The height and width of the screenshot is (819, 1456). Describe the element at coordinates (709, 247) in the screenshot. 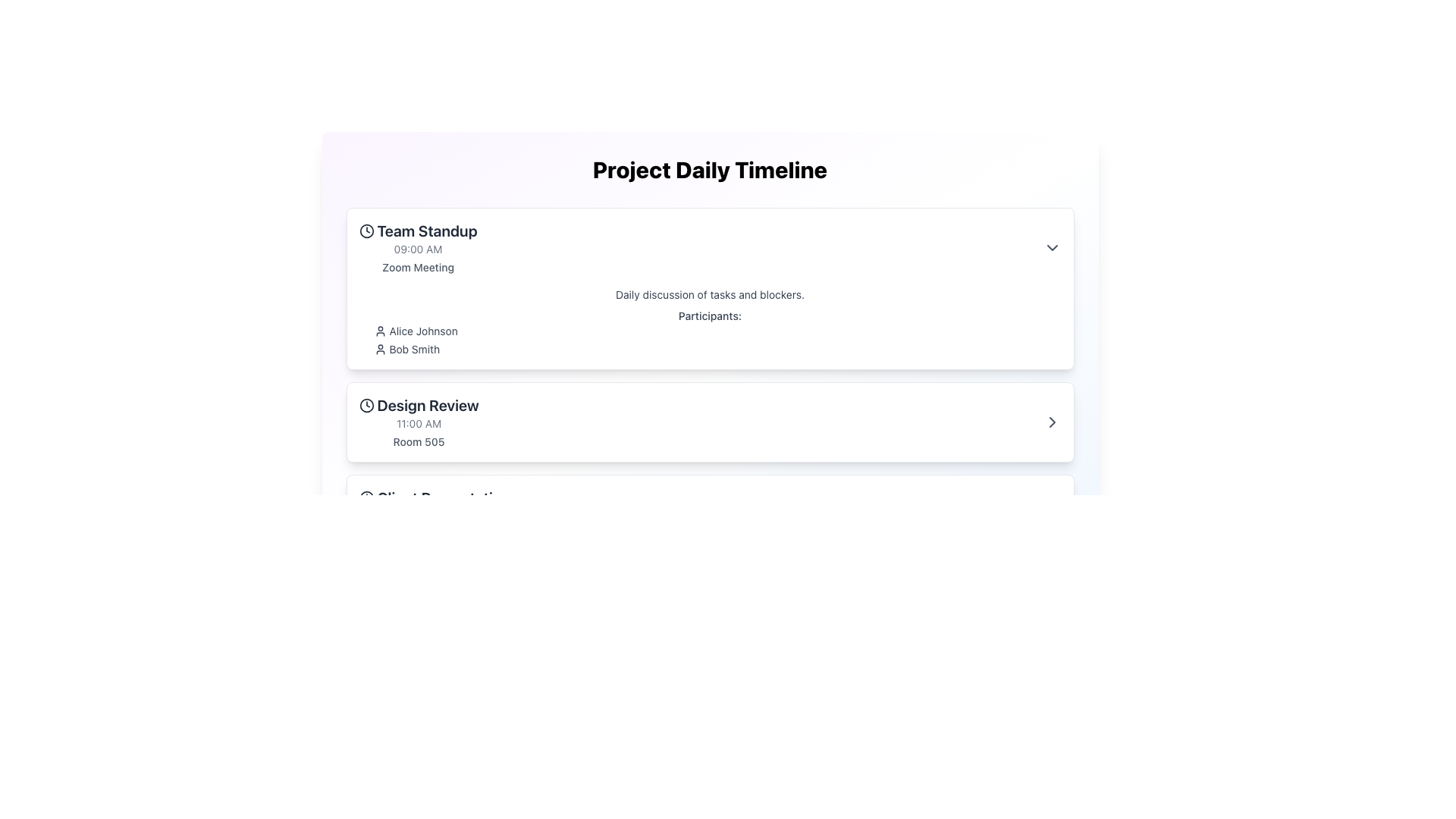

I see `the interactive meeting event item located at the top of the timeline section` at that location.